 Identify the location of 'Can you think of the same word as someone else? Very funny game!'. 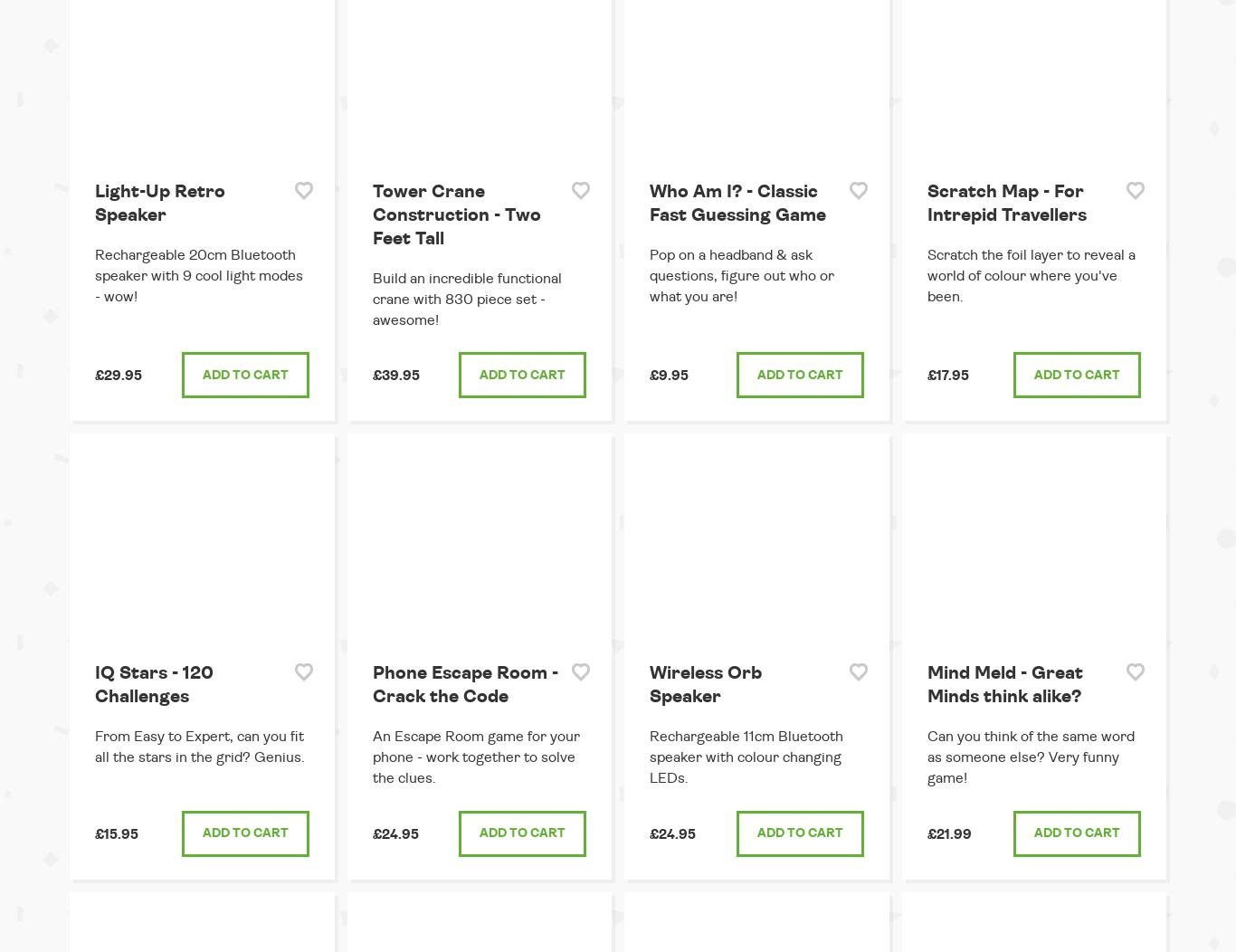
(1029, 756).